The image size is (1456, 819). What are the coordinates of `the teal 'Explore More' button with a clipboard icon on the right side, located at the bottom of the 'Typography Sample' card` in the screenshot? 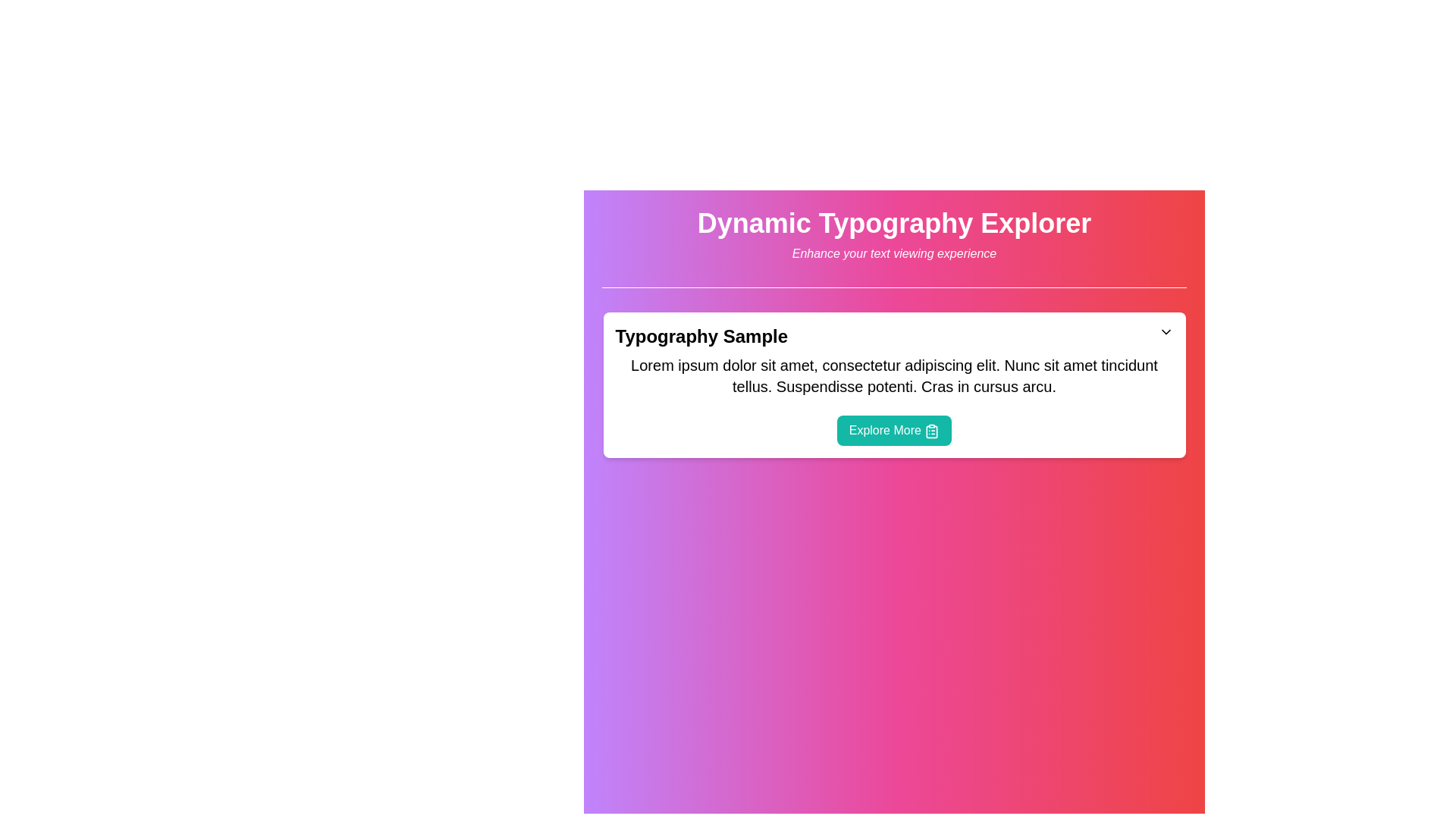 It's located at (894, 430).